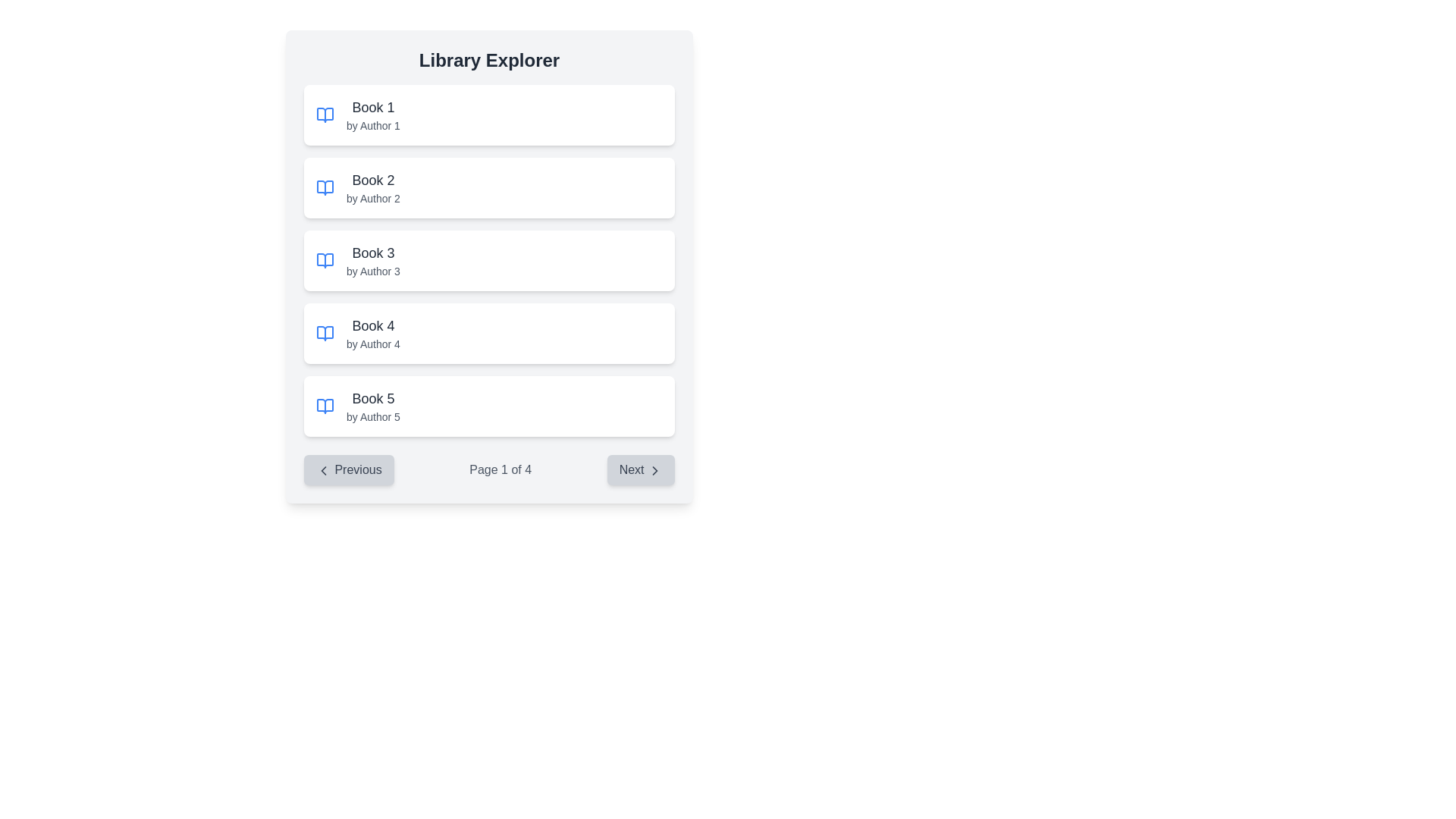  What do you see at coordinates (373, 344) in the screenshot?
I see `the Text label displaying the author of 'Book 4', which is located beneath the title in the book list interface` at bounding box center [373, 344].